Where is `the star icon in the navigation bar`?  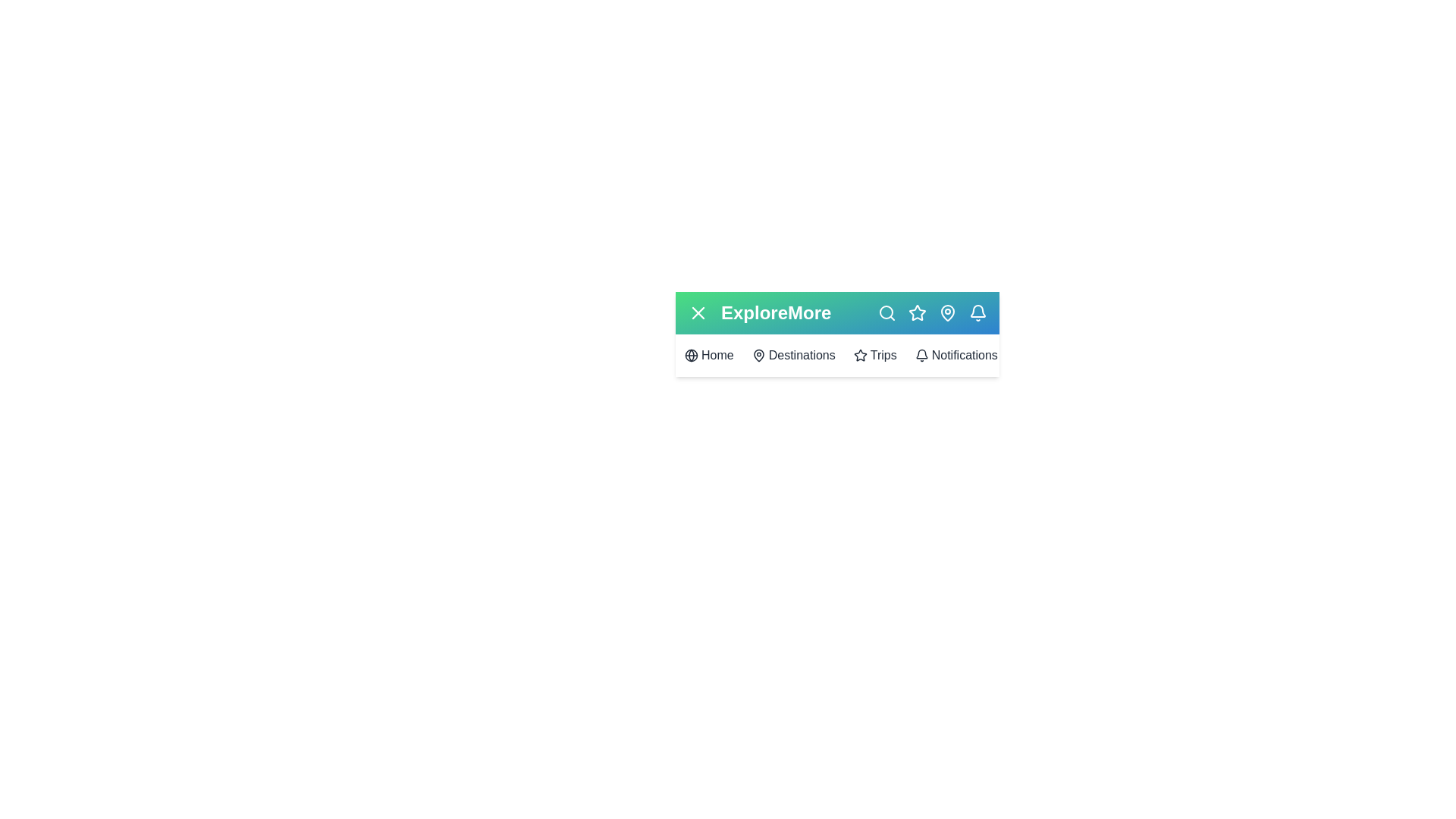
the star icon in the navigation bar is located at coordinates (916, 312).